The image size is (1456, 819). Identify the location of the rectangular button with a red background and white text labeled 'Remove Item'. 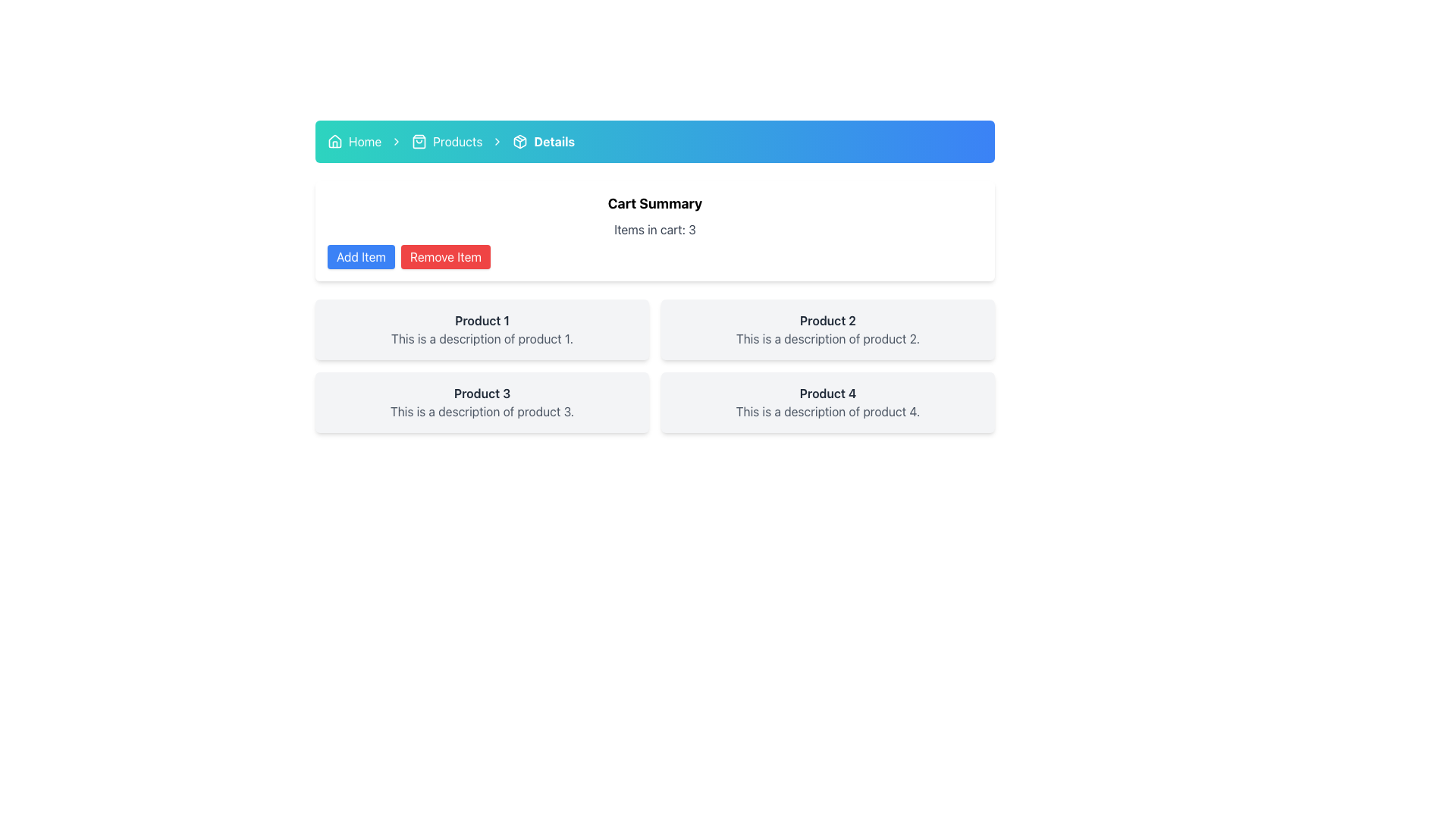
(445, 256).